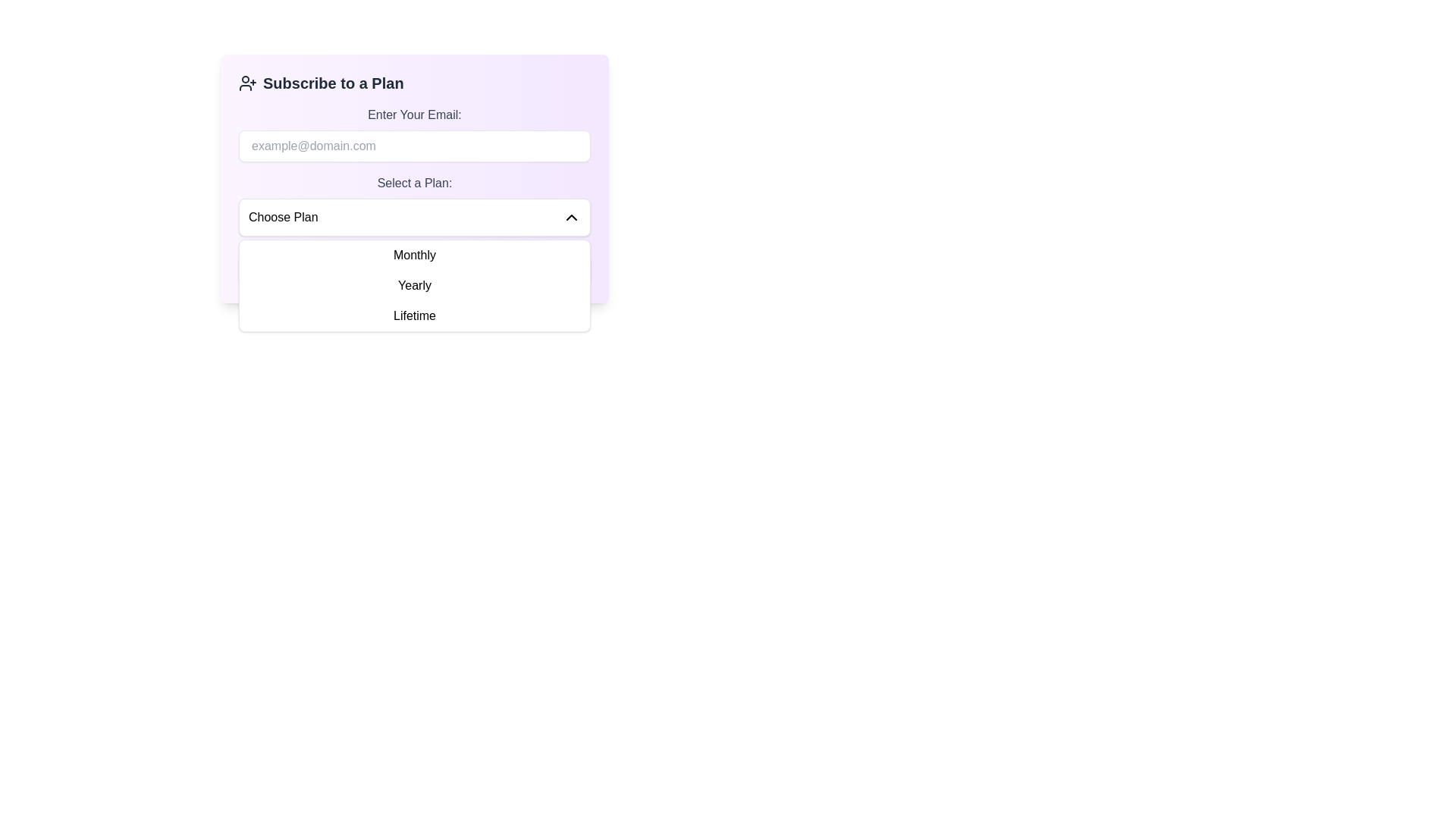  I want to click on the small, square-shaped icon with rounded corners that is part of a larger icon containing an 'X' mark, located at the top-right of the 'Monthly' plan selection in the dropdown menu, so click(527, 268).